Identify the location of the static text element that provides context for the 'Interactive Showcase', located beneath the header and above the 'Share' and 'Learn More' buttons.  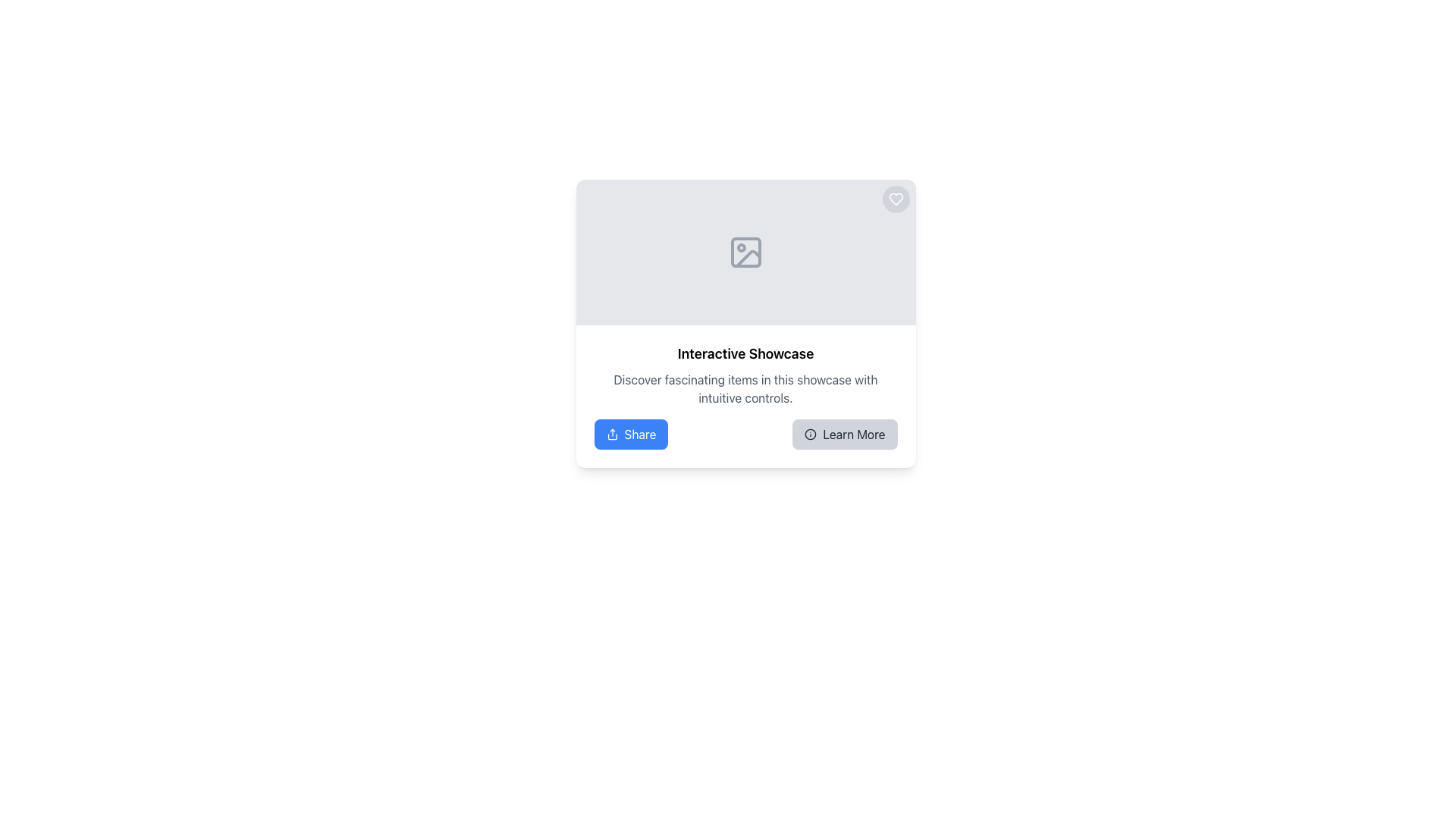
(745, 388).